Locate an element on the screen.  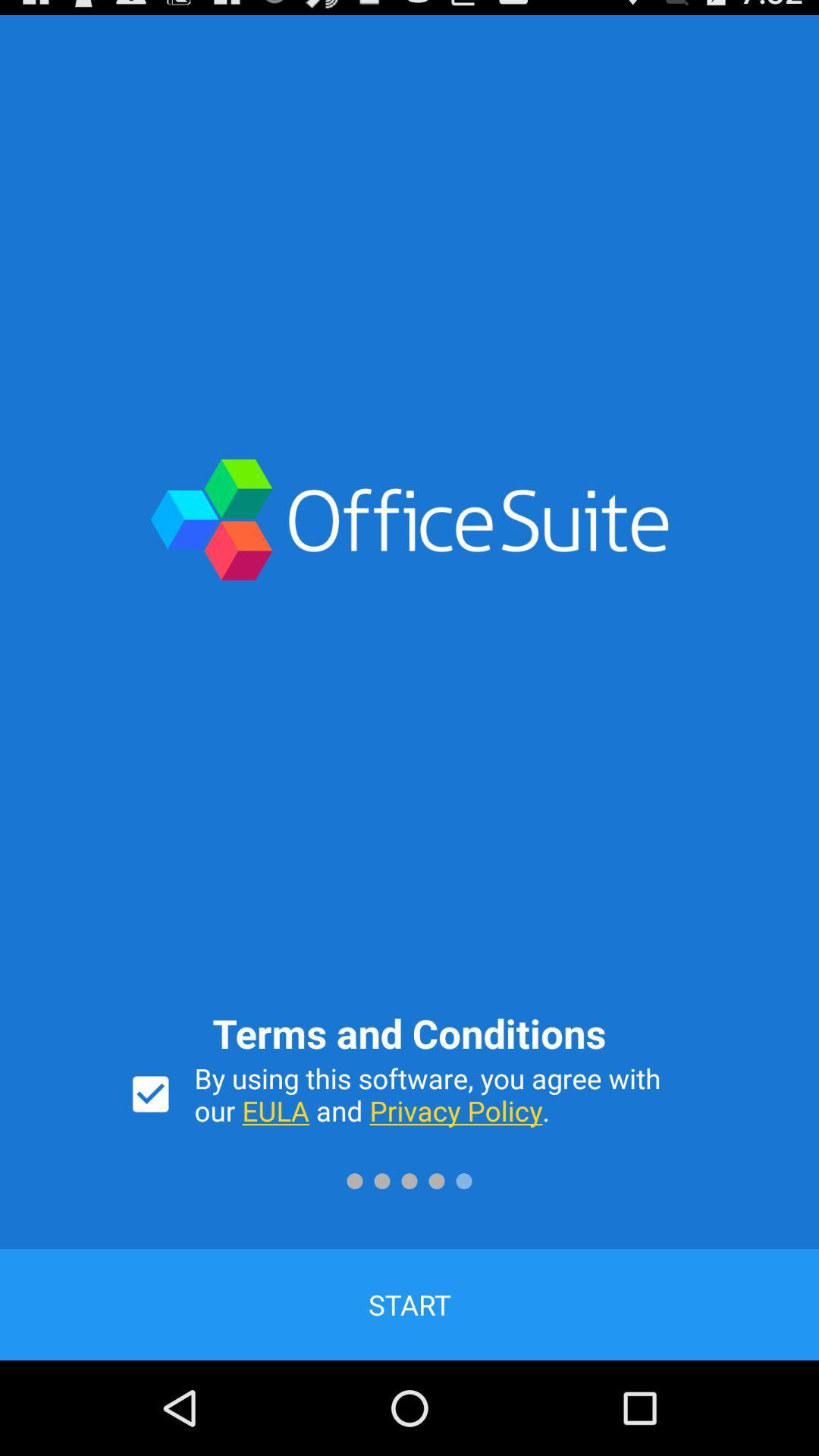
by using this icon is located at coordinates (443, 1094).